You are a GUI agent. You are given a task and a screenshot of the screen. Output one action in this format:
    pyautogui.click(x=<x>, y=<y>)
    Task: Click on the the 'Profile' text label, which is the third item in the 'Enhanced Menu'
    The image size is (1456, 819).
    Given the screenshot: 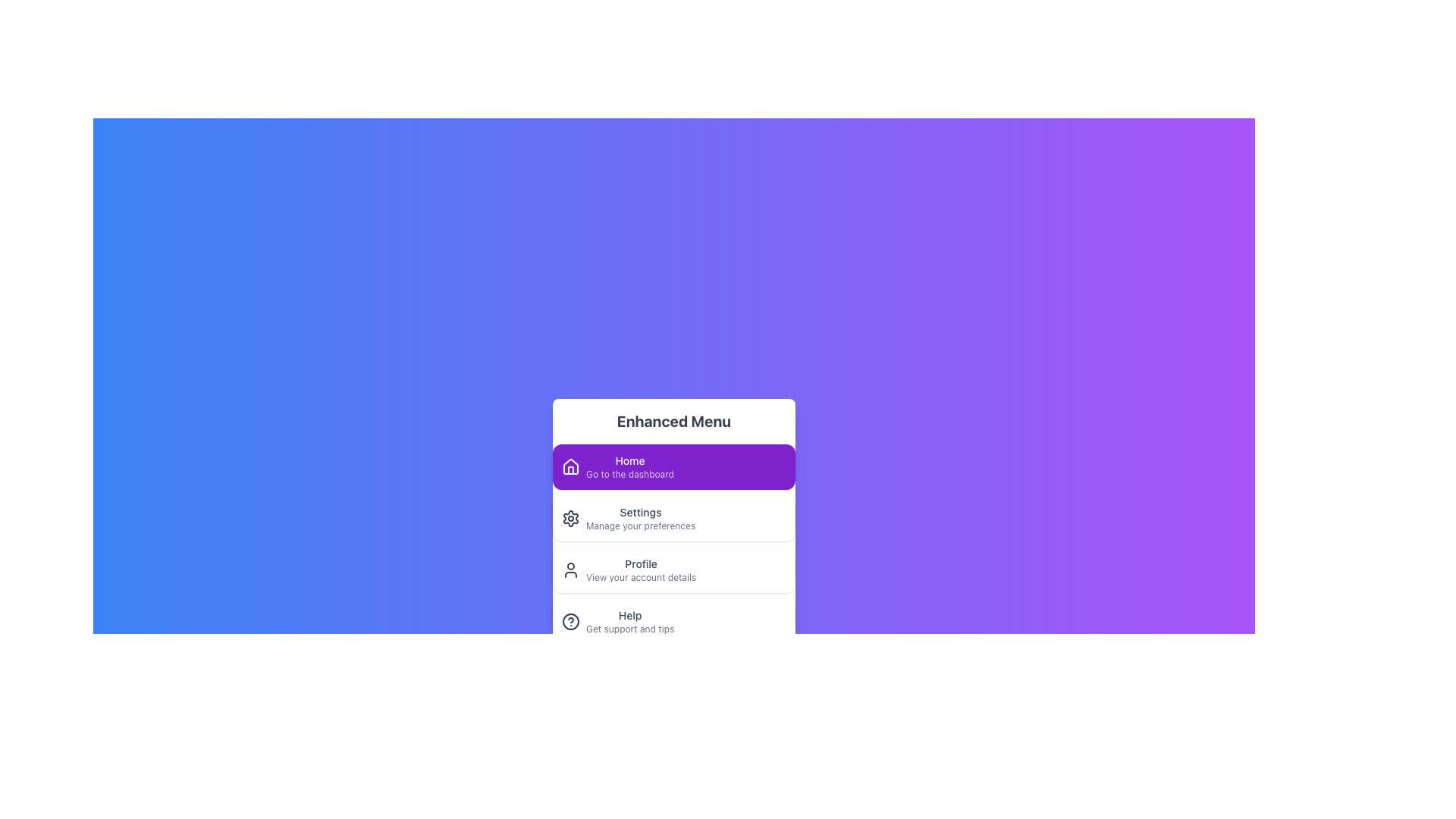 What is the action you would take?
    pyautogui.click(x=641, y=570)
    